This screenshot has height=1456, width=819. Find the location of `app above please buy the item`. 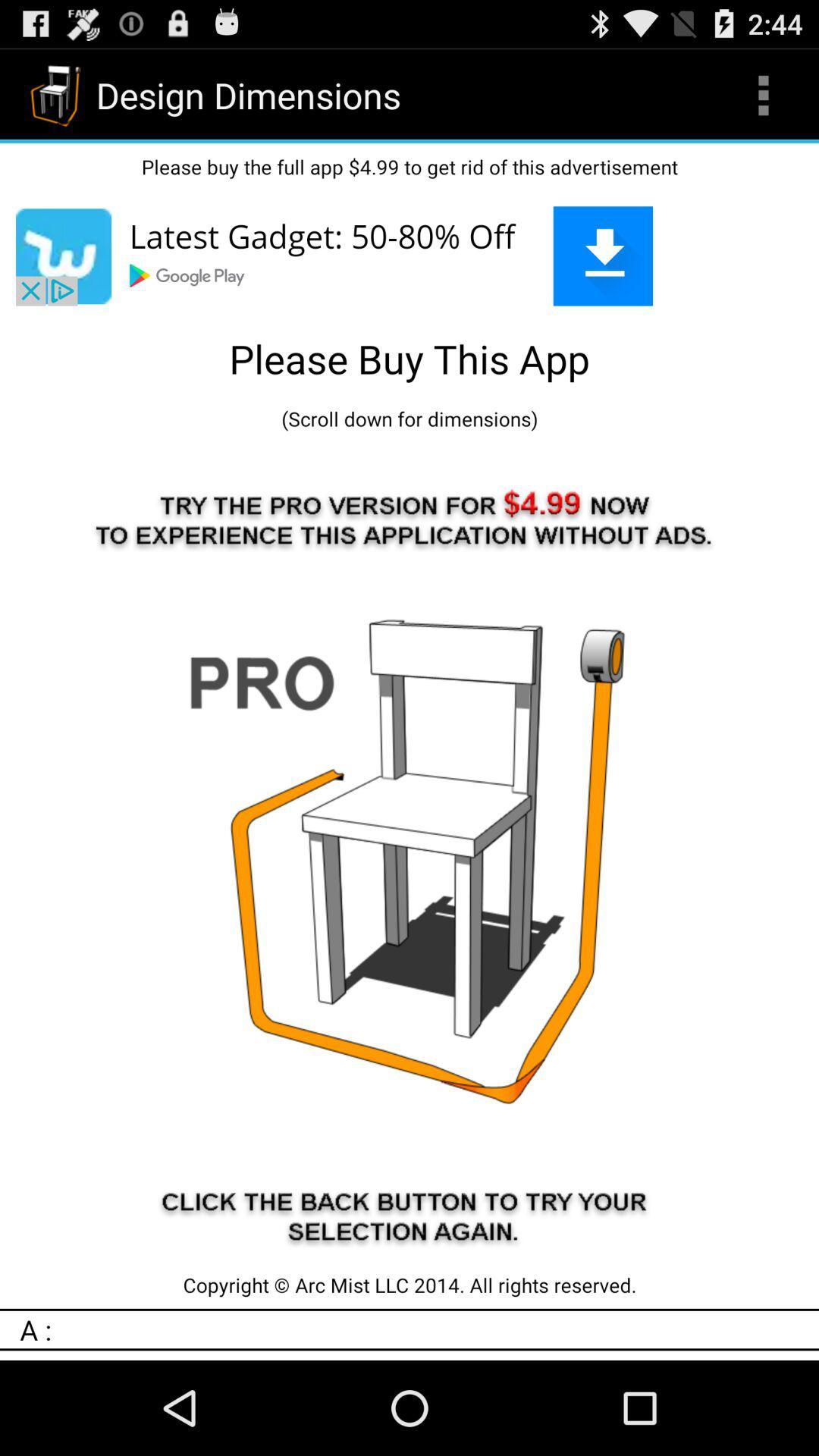

app above please buy the item is located at coordinates (763, 94).